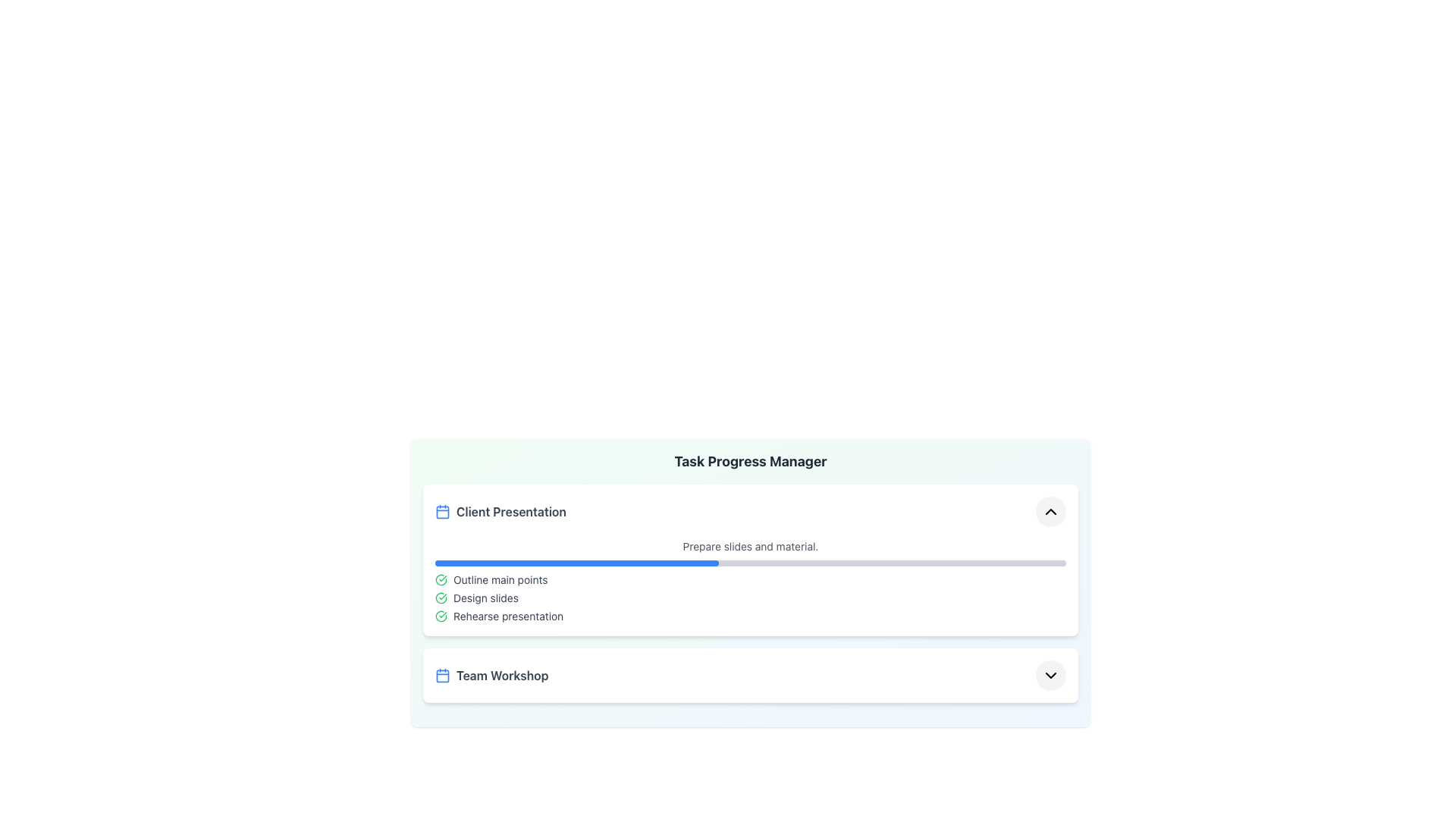  What do you see at coordinates (502, 675) in the screenshot?
I see `the 'Team Workshop' text label located in the bottom card below the 'Client Presentation' section, next to the calendar icon` at bounding box center [502, 675].